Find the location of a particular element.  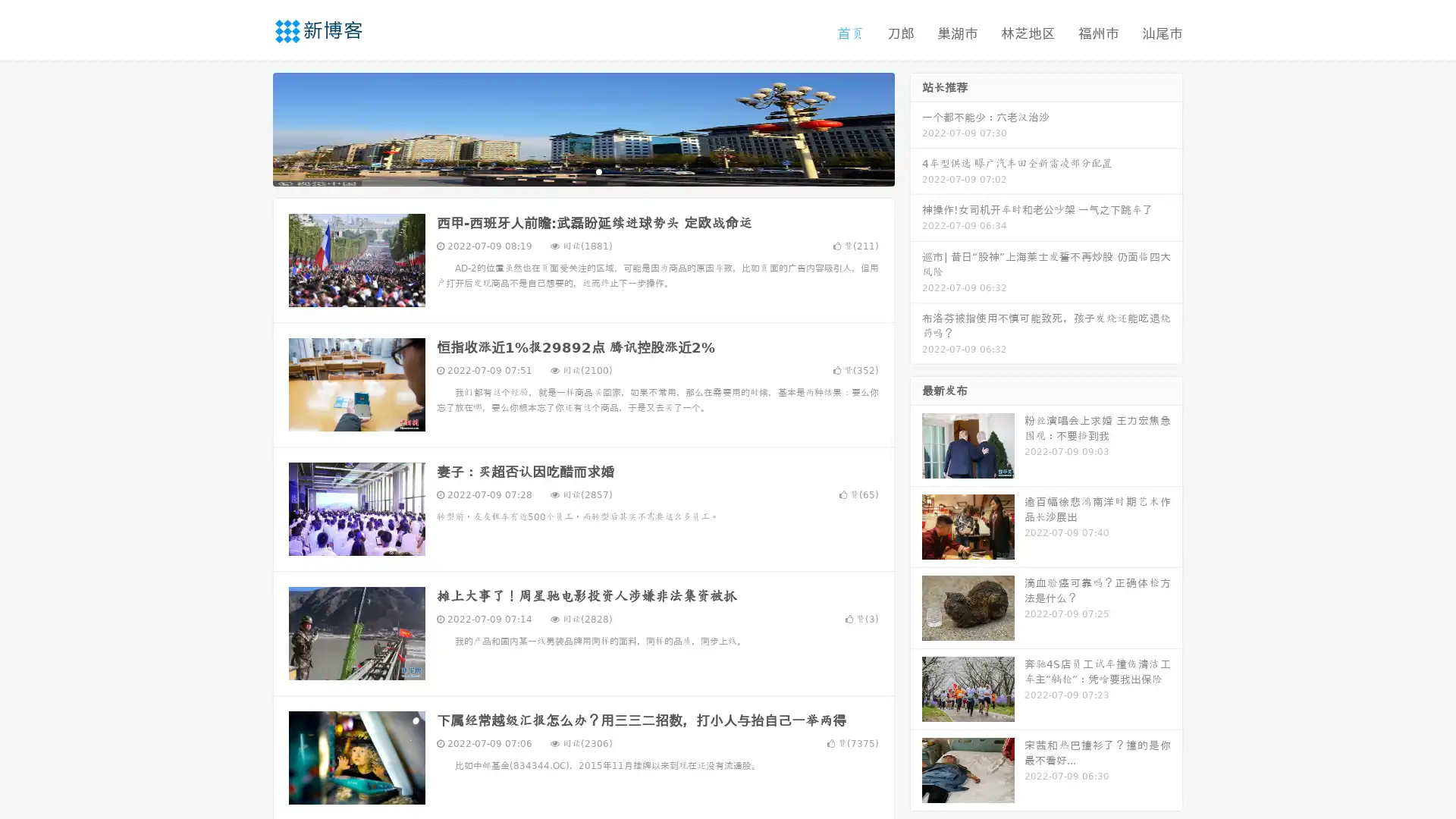

Previous slide is located at coordinates (250, 127).